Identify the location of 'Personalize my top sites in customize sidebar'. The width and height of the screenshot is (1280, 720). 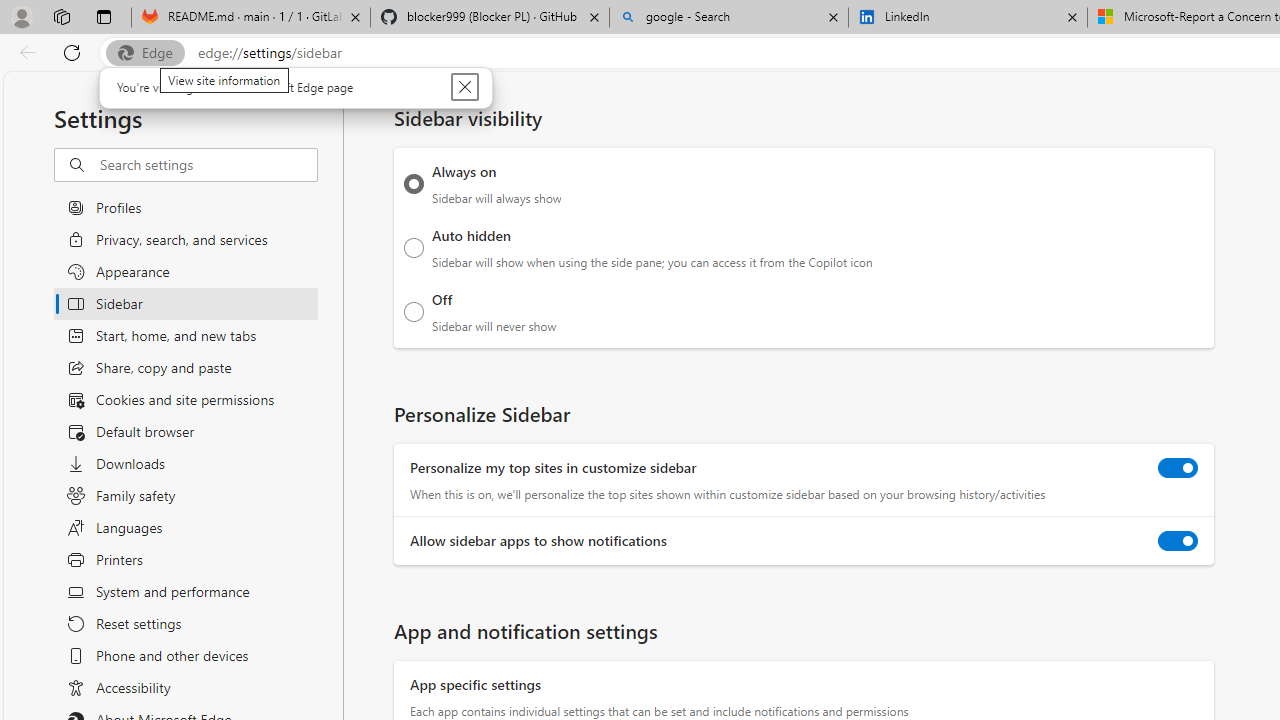
(1178, 468).